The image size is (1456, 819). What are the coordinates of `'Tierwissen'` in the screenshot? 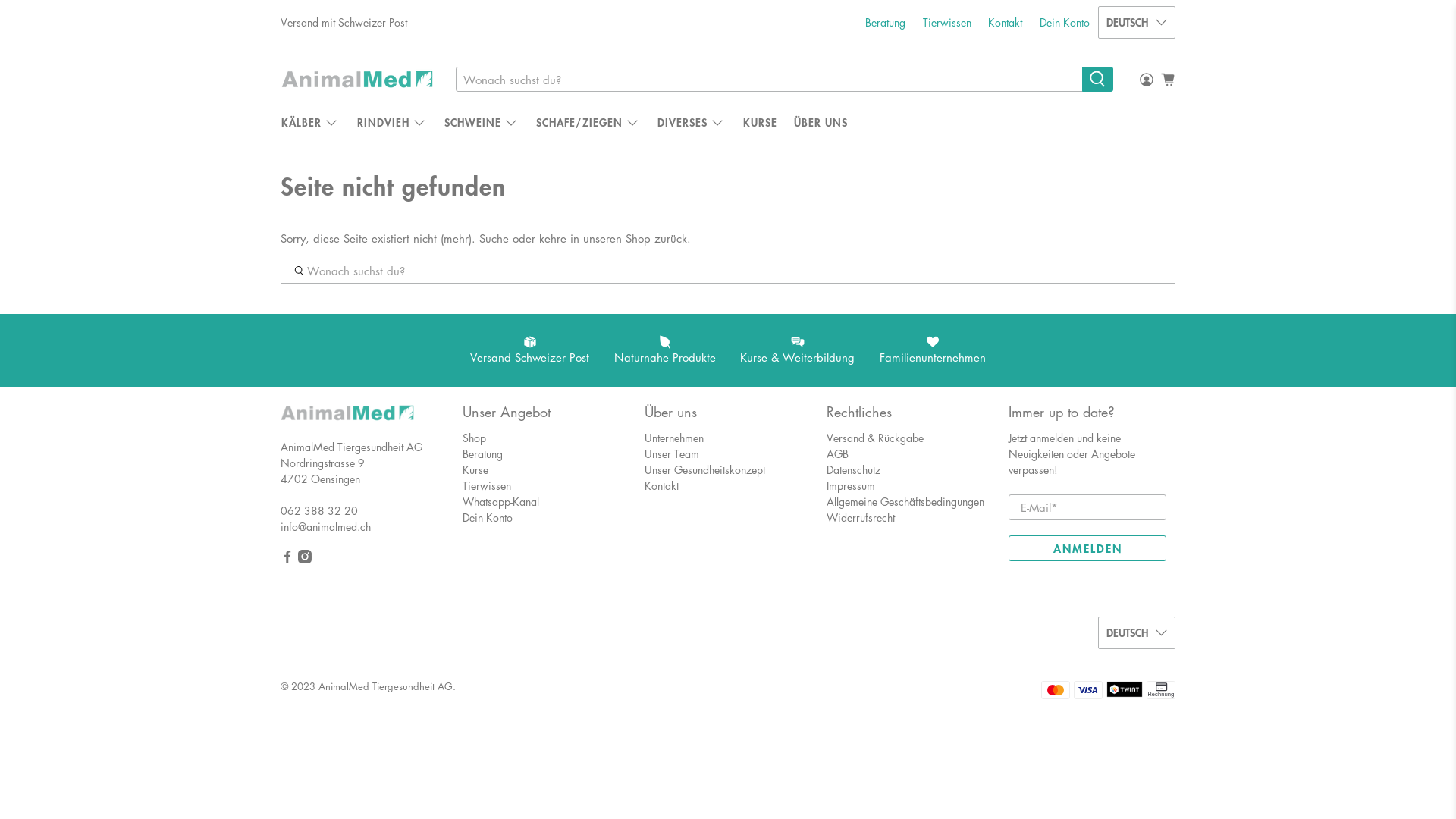 It's located at (487, 485).